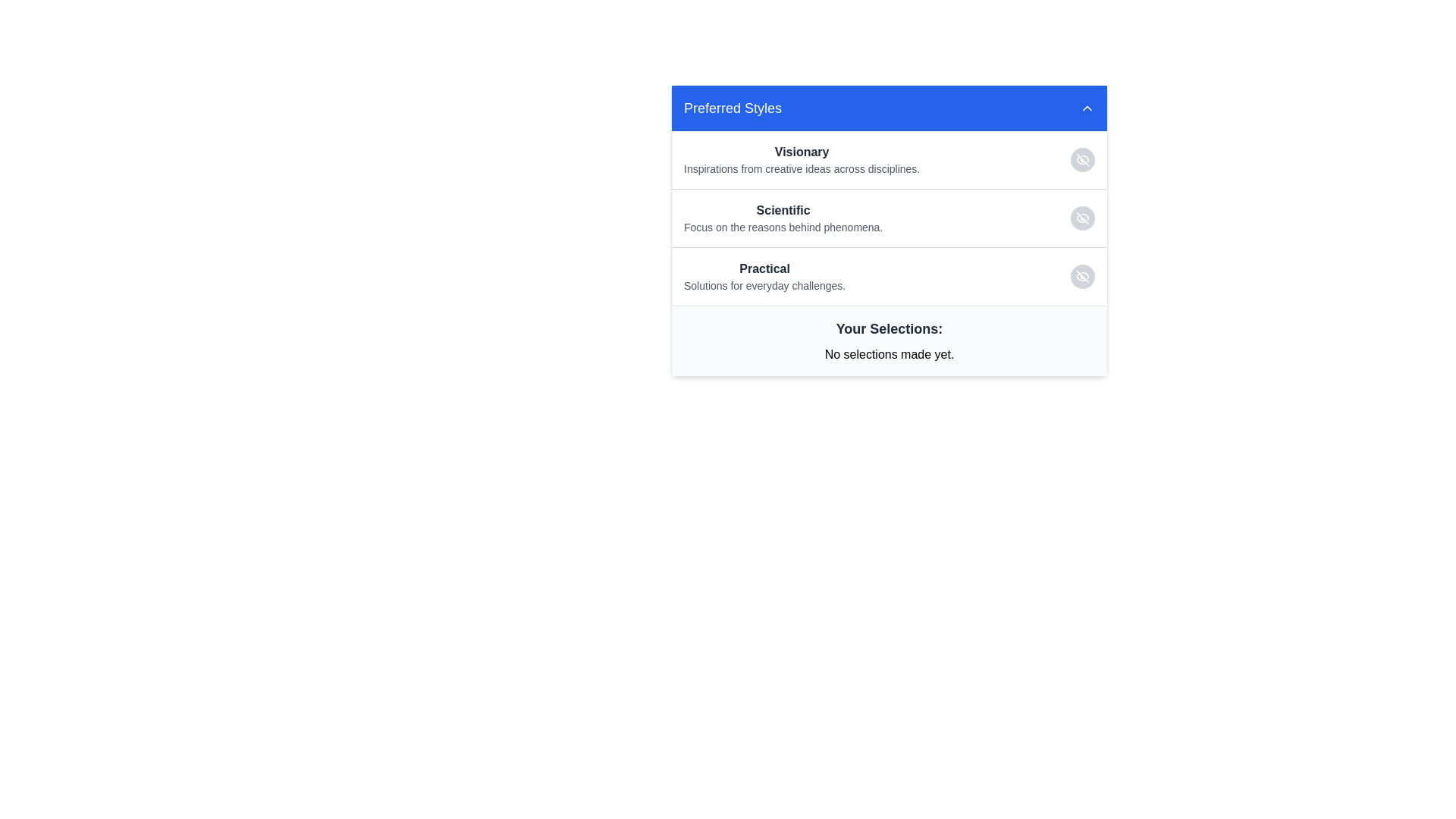 This screenshot has height=819, width=1456. What do you see at coordinates (1082, 160) in the screenshot?
I see `the button located in the upper-right corner of the 'Visionary' item` at bounding box center [1082, 160].